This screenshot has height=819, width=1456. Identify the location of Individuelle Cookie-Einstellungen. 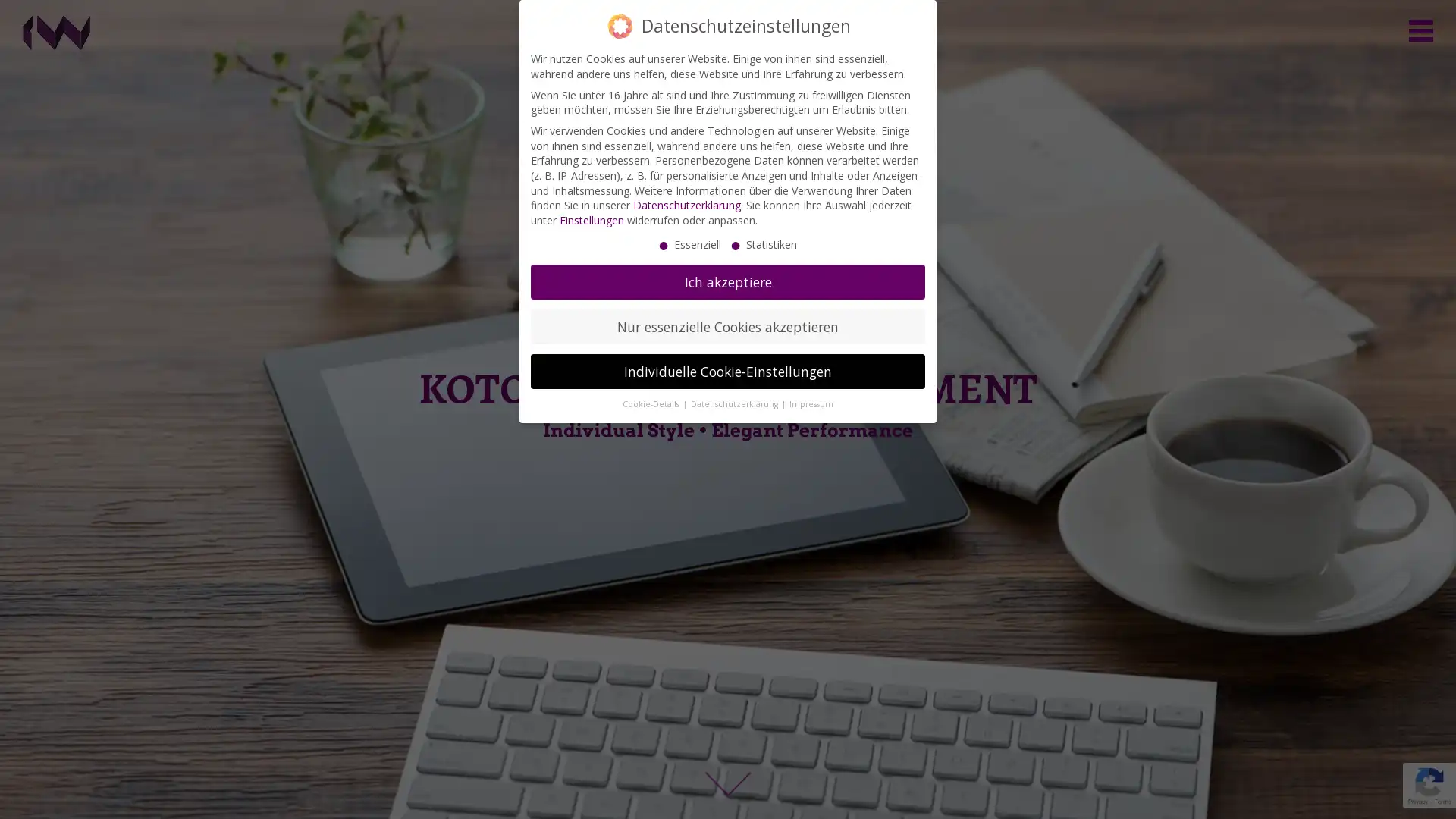
(728, 371).